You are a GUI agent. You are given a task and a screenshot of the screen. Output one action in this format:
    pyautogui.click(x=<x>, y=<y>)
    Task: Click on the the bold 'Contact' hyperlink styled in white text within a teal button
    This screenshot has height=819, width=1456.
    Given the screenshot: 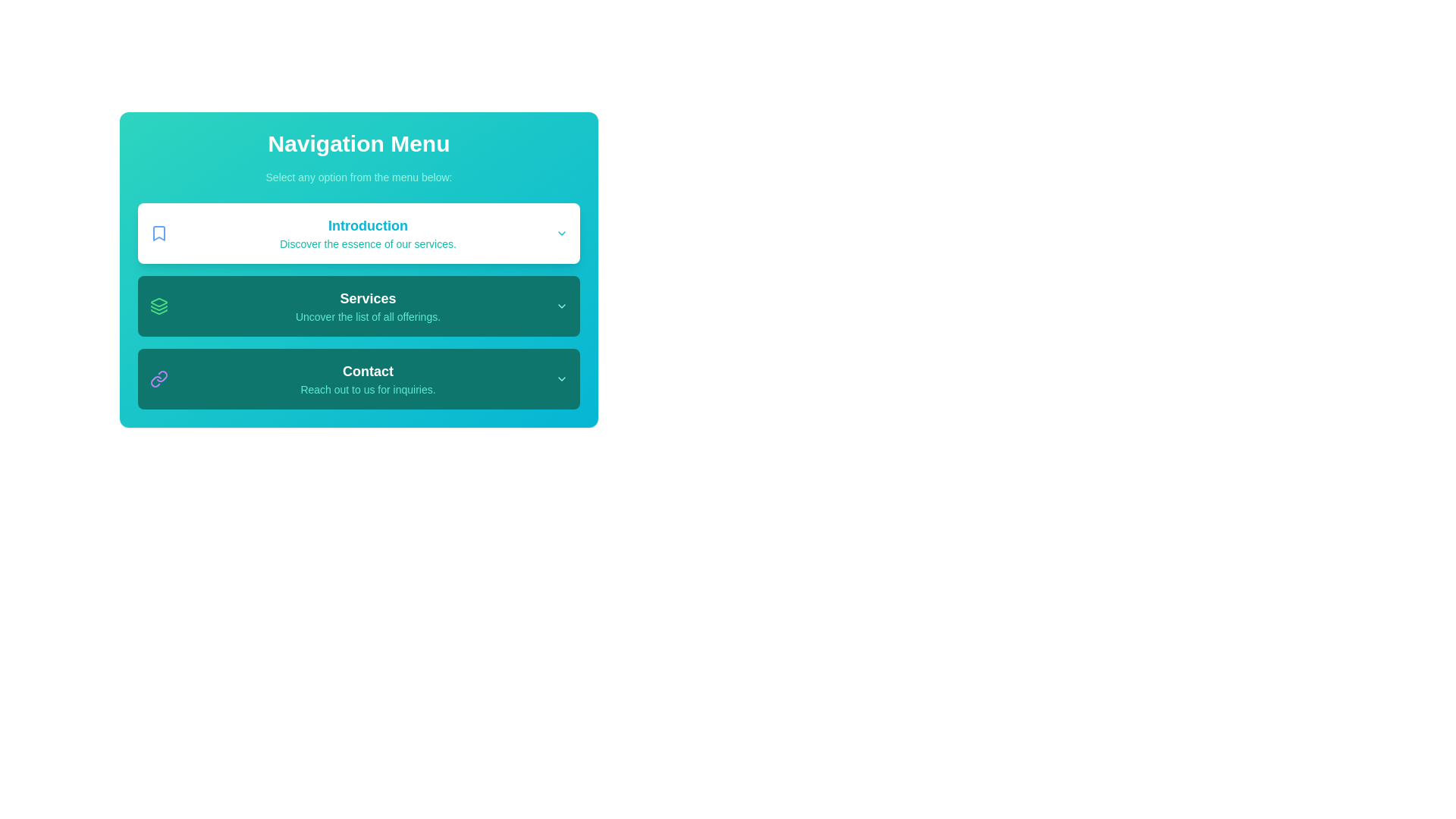 What is the action you would take?
    pyautogui.click(x=368, y=371)
    